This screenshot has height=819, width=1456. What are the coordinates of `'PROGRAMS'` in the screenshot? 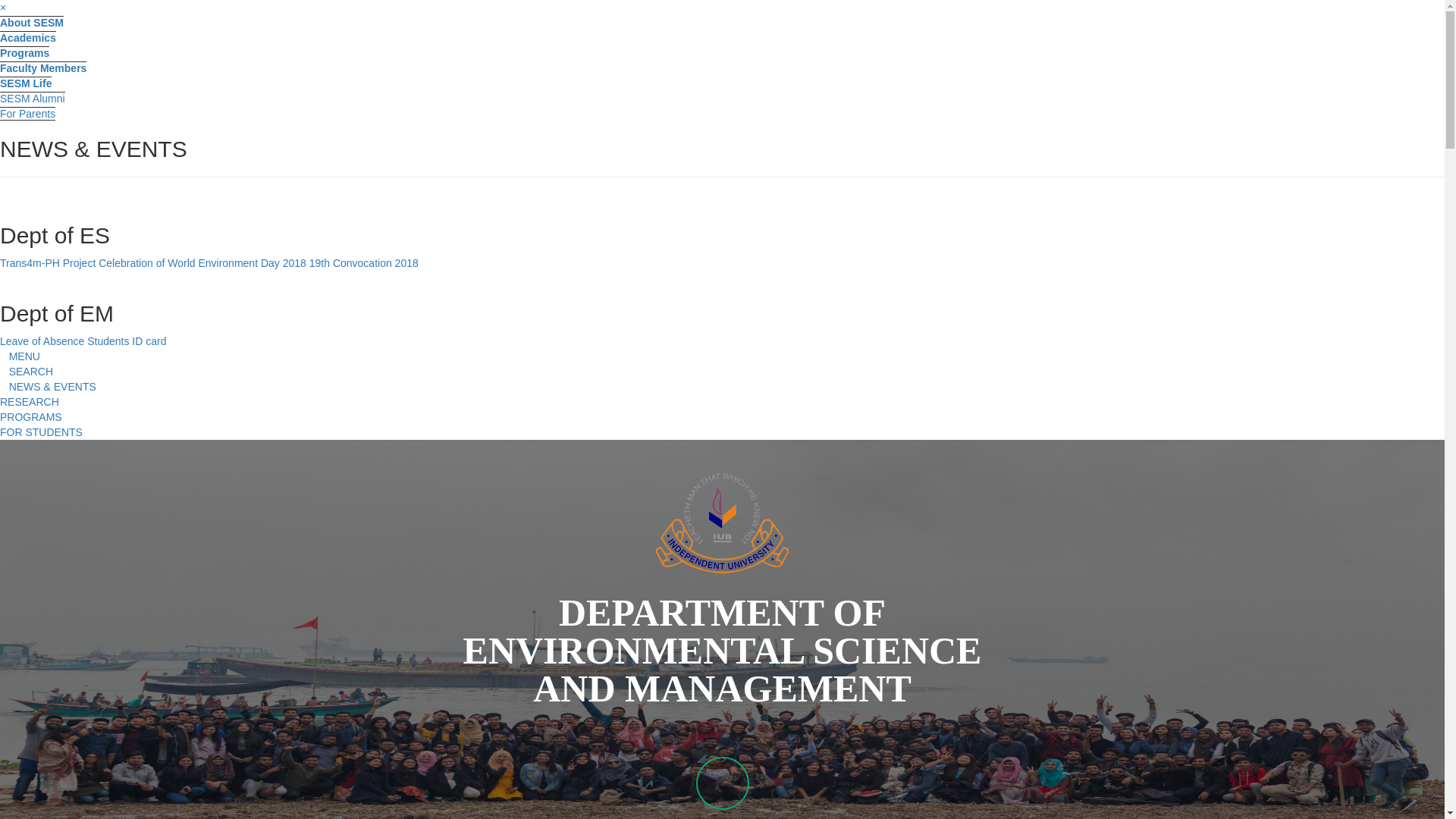 It's located at (31, 417).